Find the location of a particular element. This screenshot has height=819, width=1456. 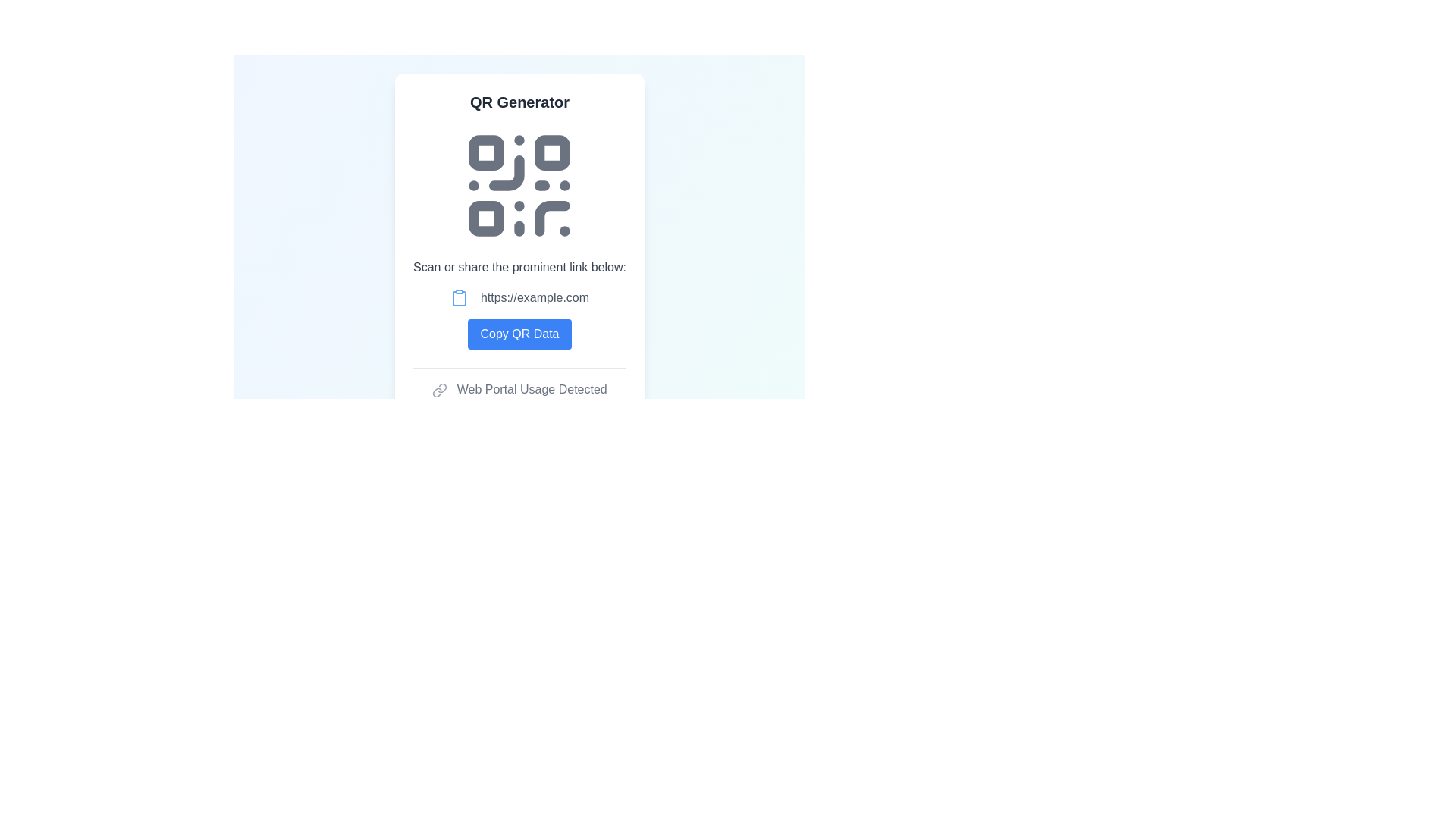

the link-shaped icon represented by two interlocked loops, which is styled in gray and positioned to the left of the text 'Web Portal Usage Detected' is located at coordinates (439, 389).